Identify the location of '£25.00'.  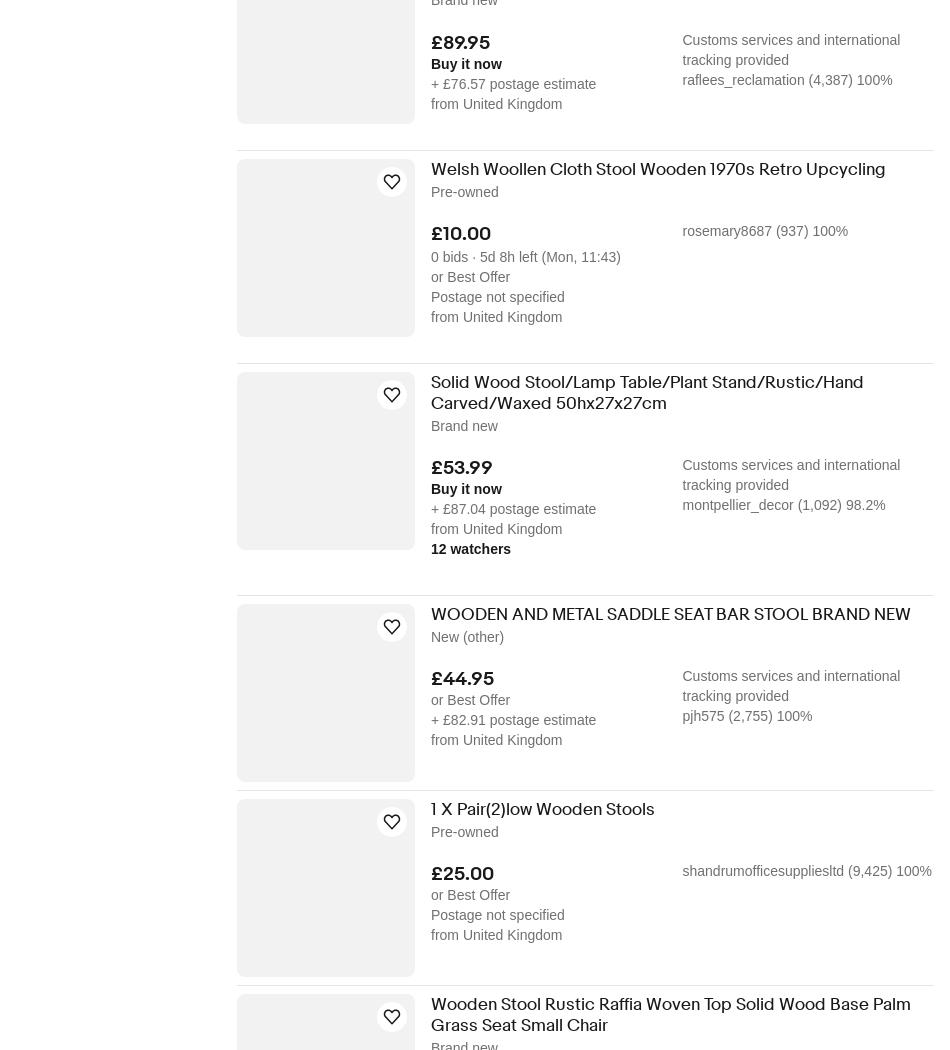
(461, 873).